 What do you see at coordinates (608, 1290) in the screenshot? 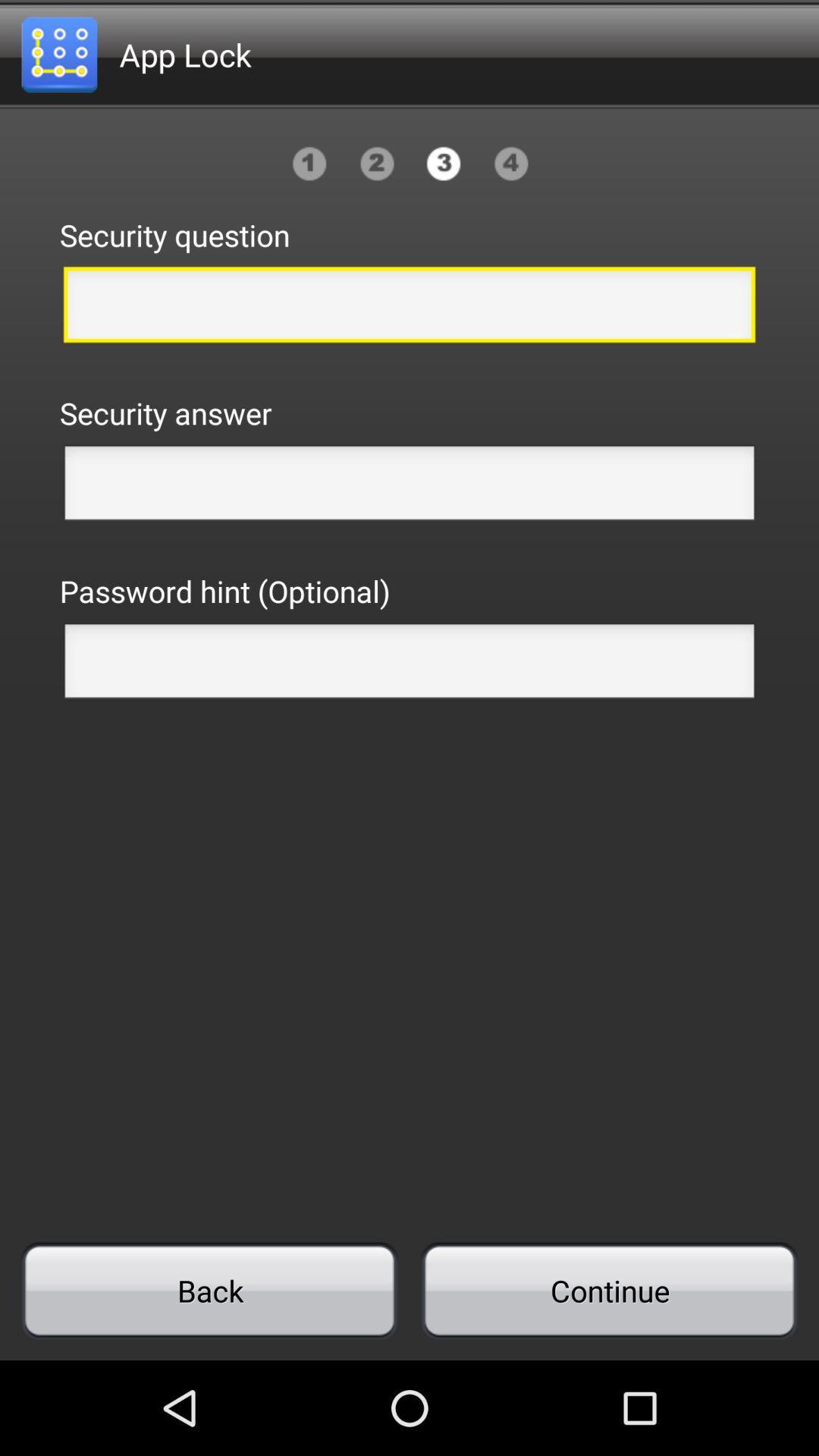
I see `icon to the right of back item` at bounding box center [608, 1290].